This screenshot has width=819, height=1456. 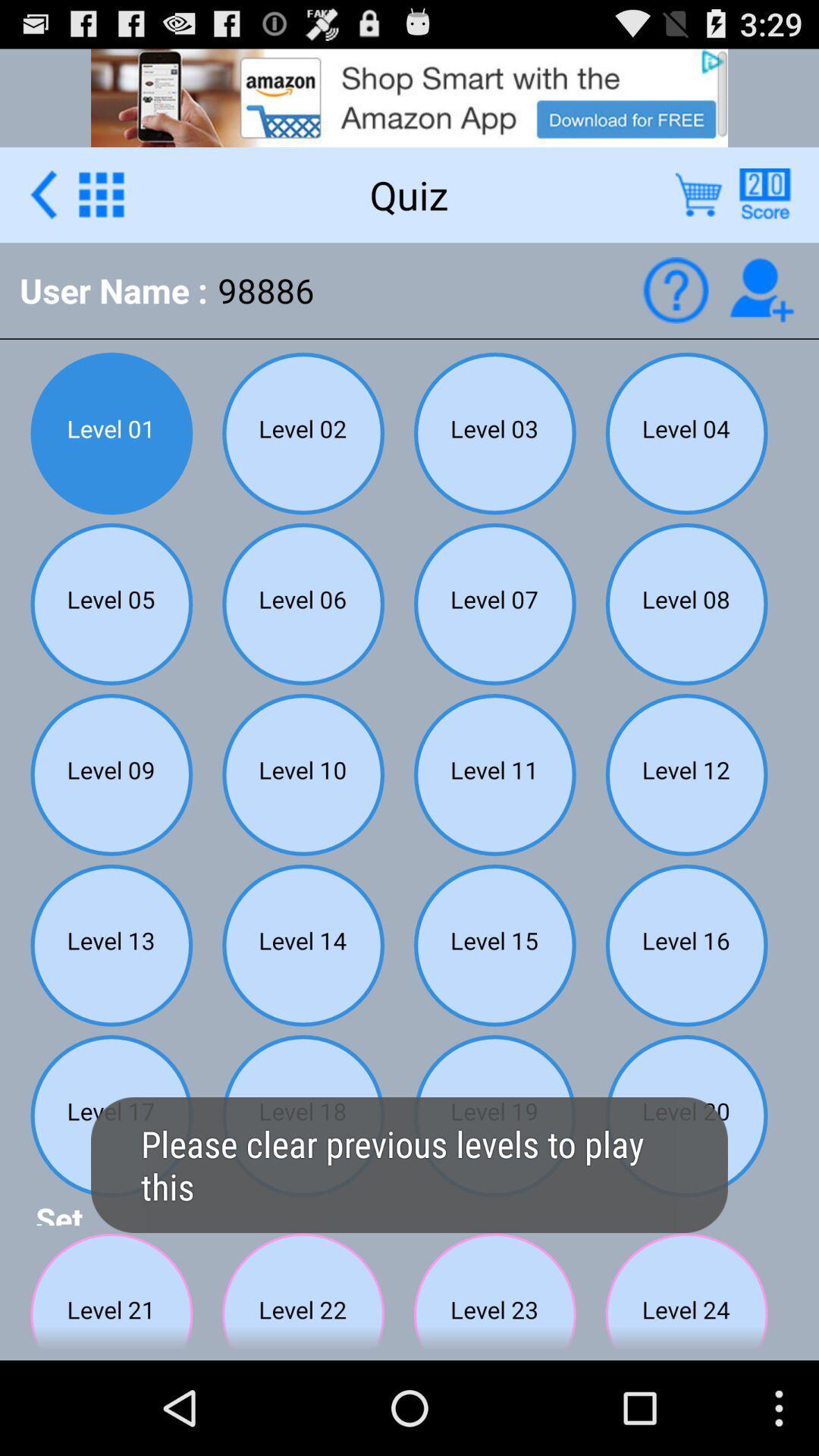 I want to click on a friend, so click(x=761, y=290).